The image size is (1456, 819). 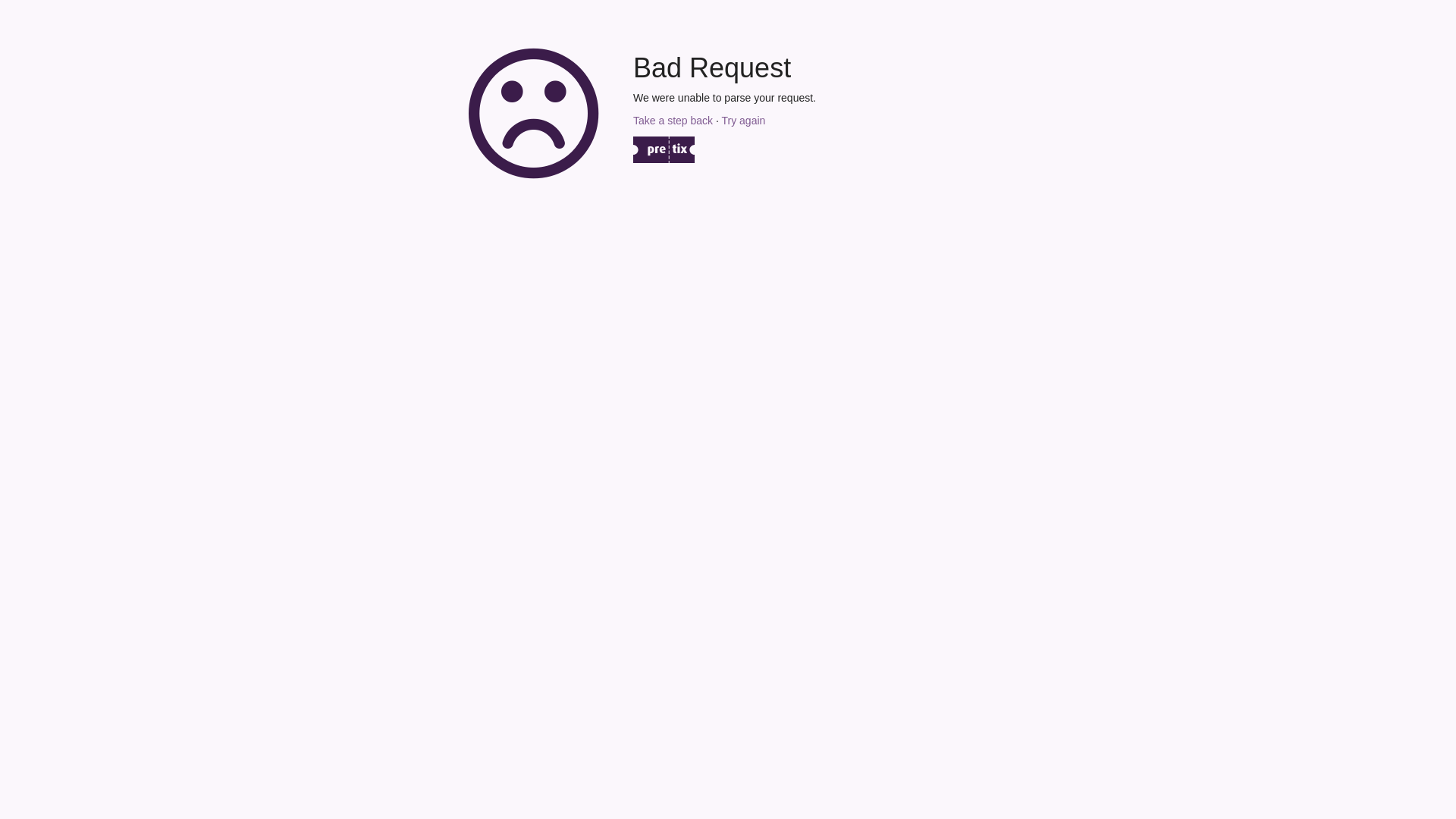 I want to click on 'Try again', so click(x=742, y=119).